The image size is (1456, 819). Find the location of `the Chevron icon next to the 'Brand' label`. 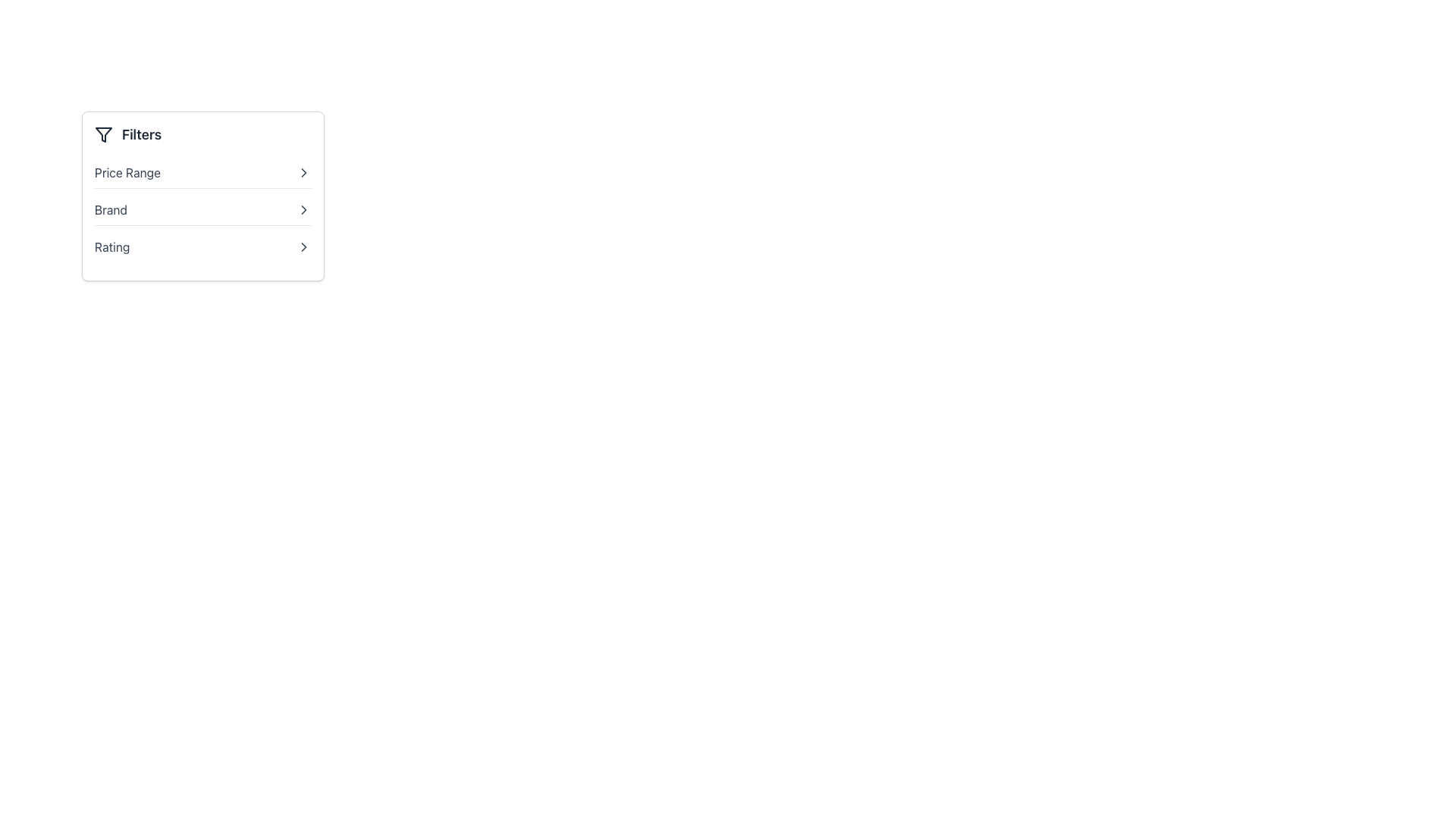

the Chevron icon next to the 'Brand' label is located at coordinates (303, 210).